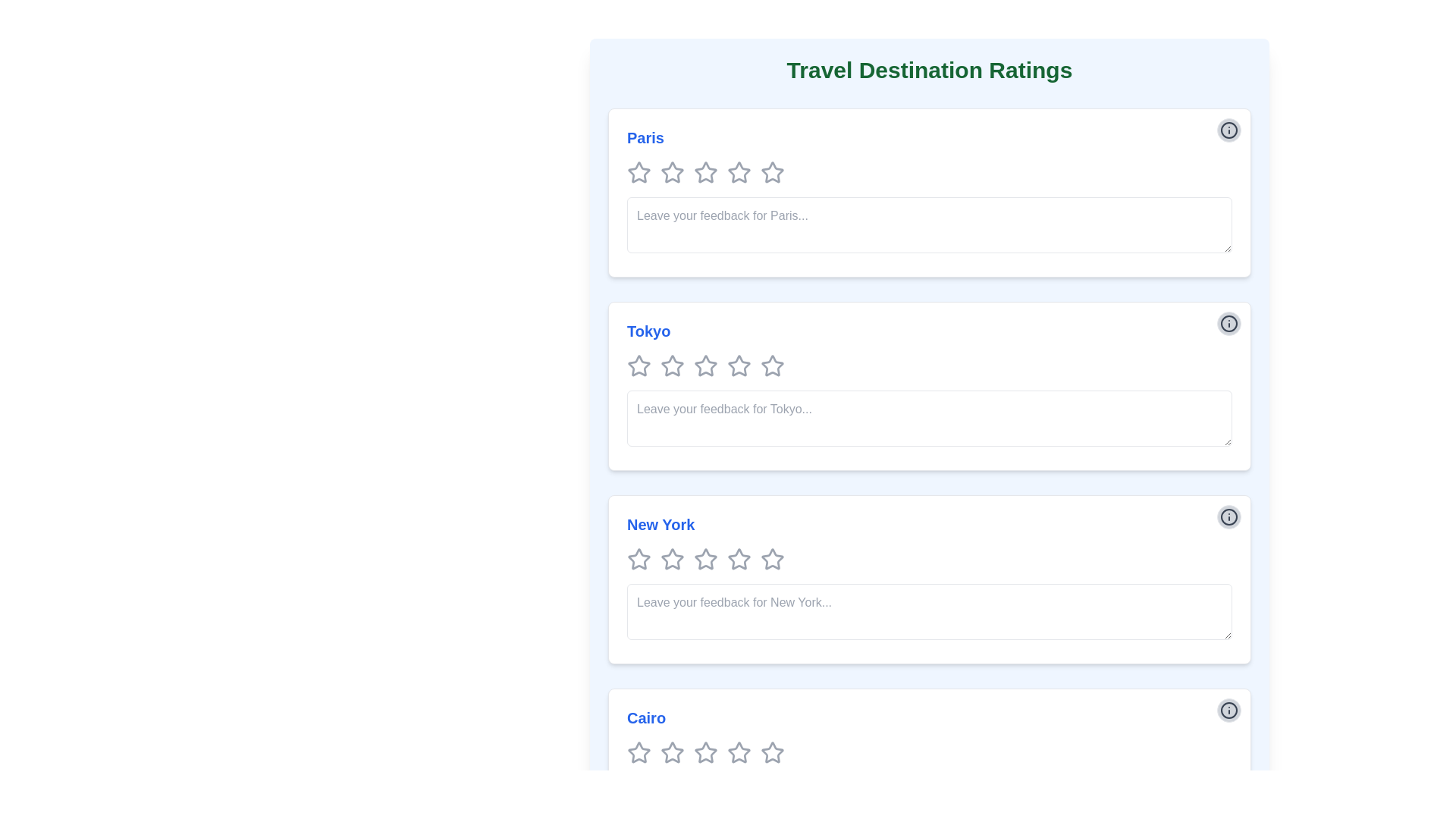 This screenshot has height=819, width=1456. I want to click on the unfilled star rating icon for 'New York', so click(639, 559).